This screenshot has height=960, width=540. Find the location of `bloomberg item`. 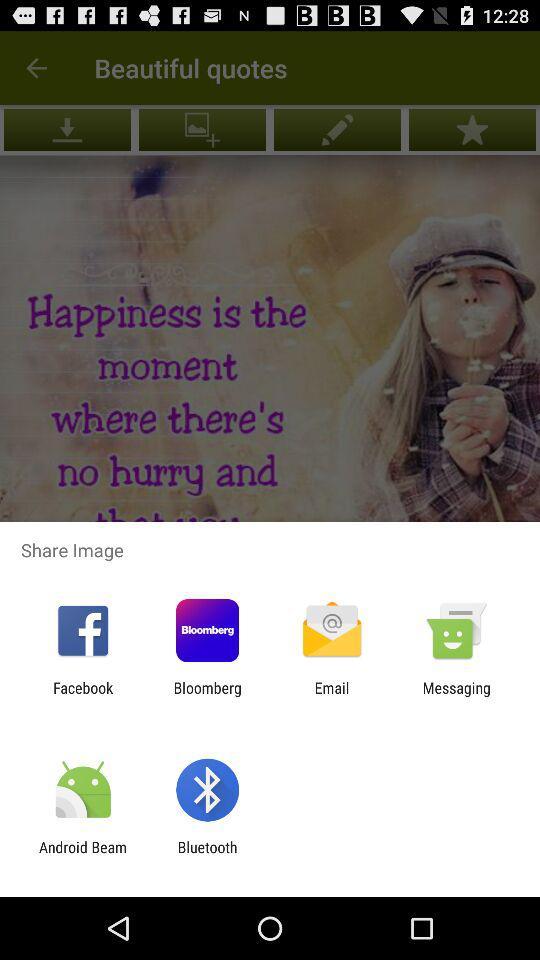

bloomberg item is located at coordinates (206, 696).